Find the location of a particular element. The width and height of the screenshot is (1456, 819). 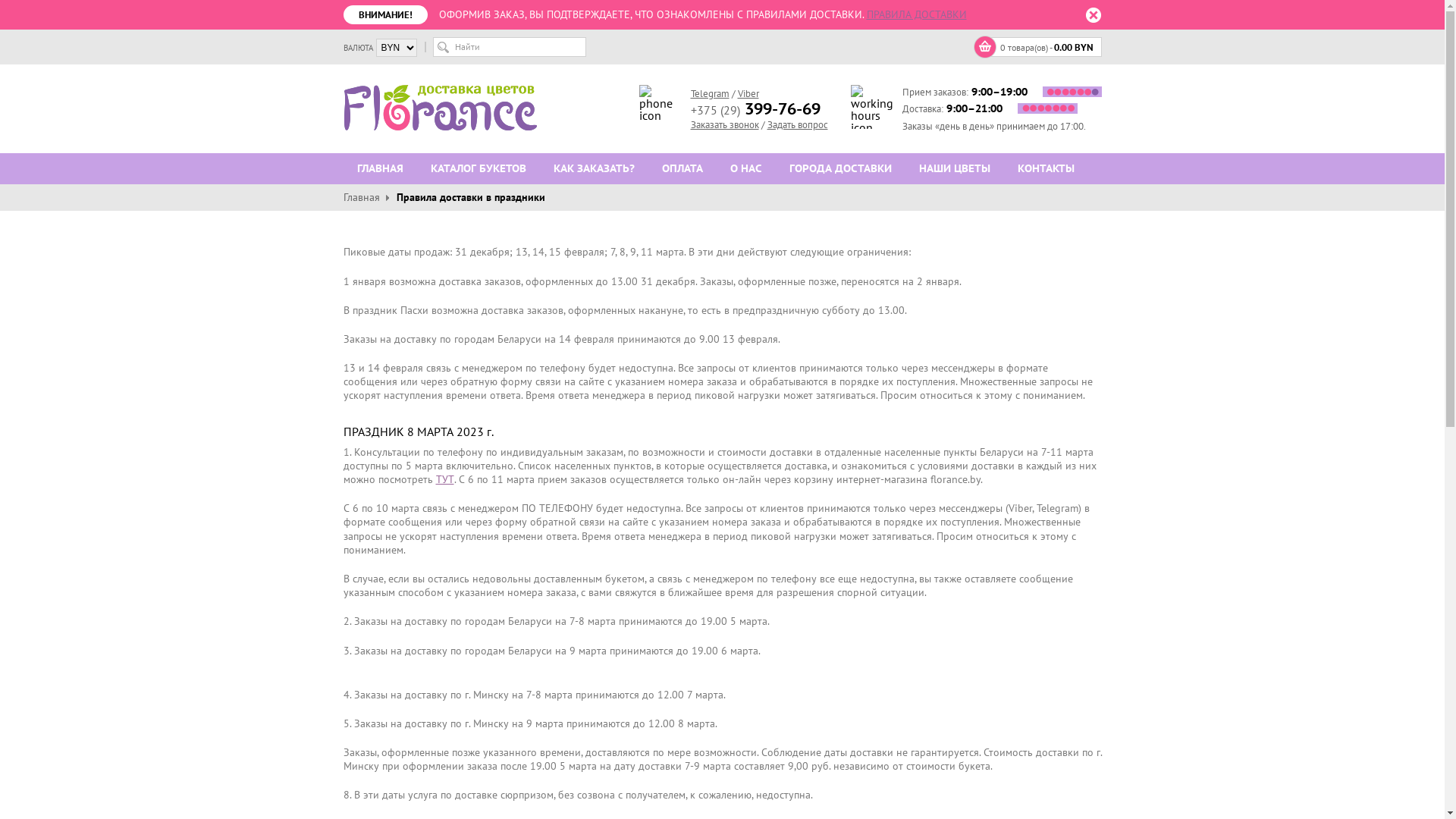

'/' is located at coordinates (733, 93).